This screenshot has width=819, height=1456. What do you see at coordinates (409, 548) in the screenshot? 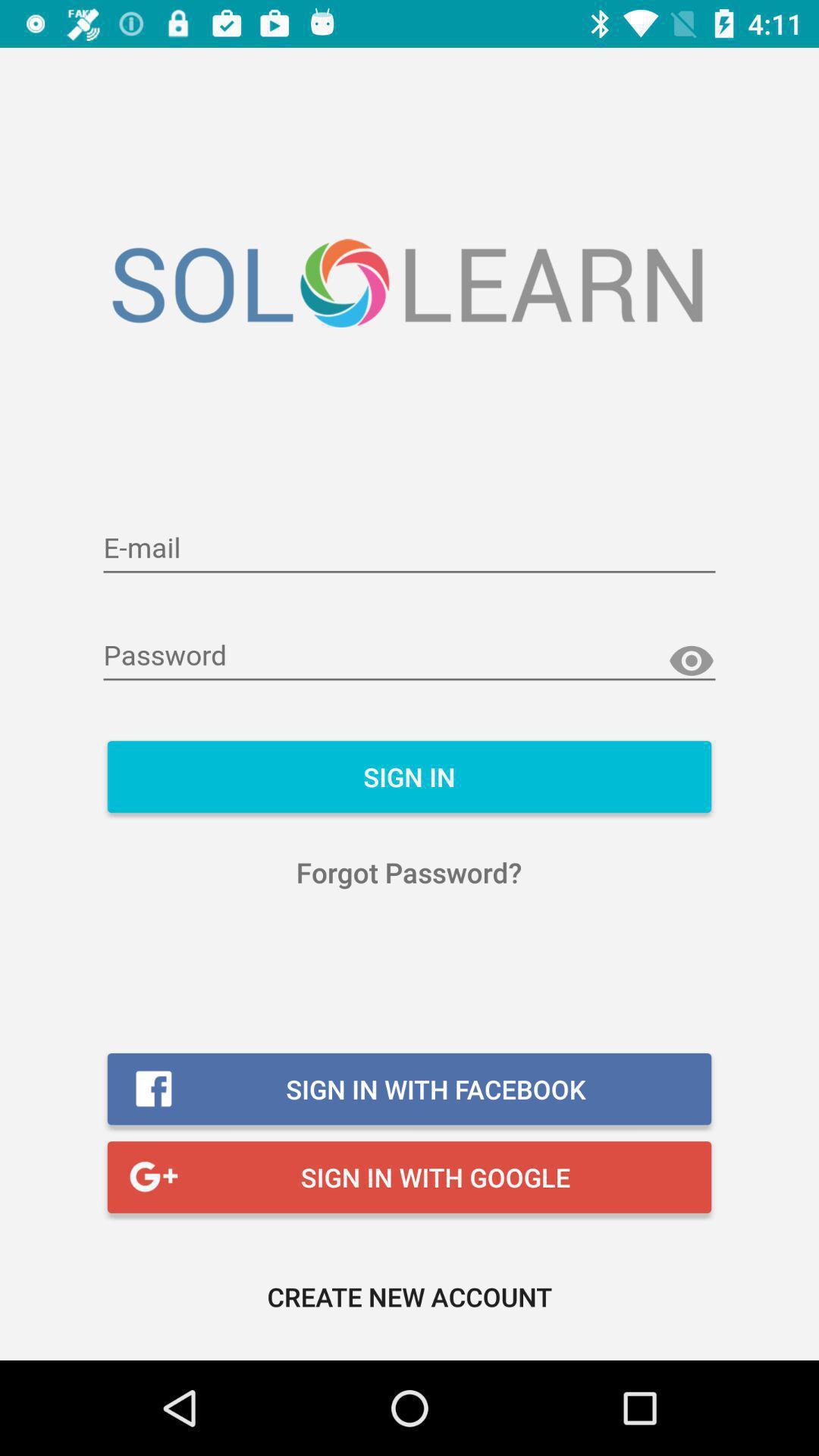
I see `email` at bounding box center [409, 548].